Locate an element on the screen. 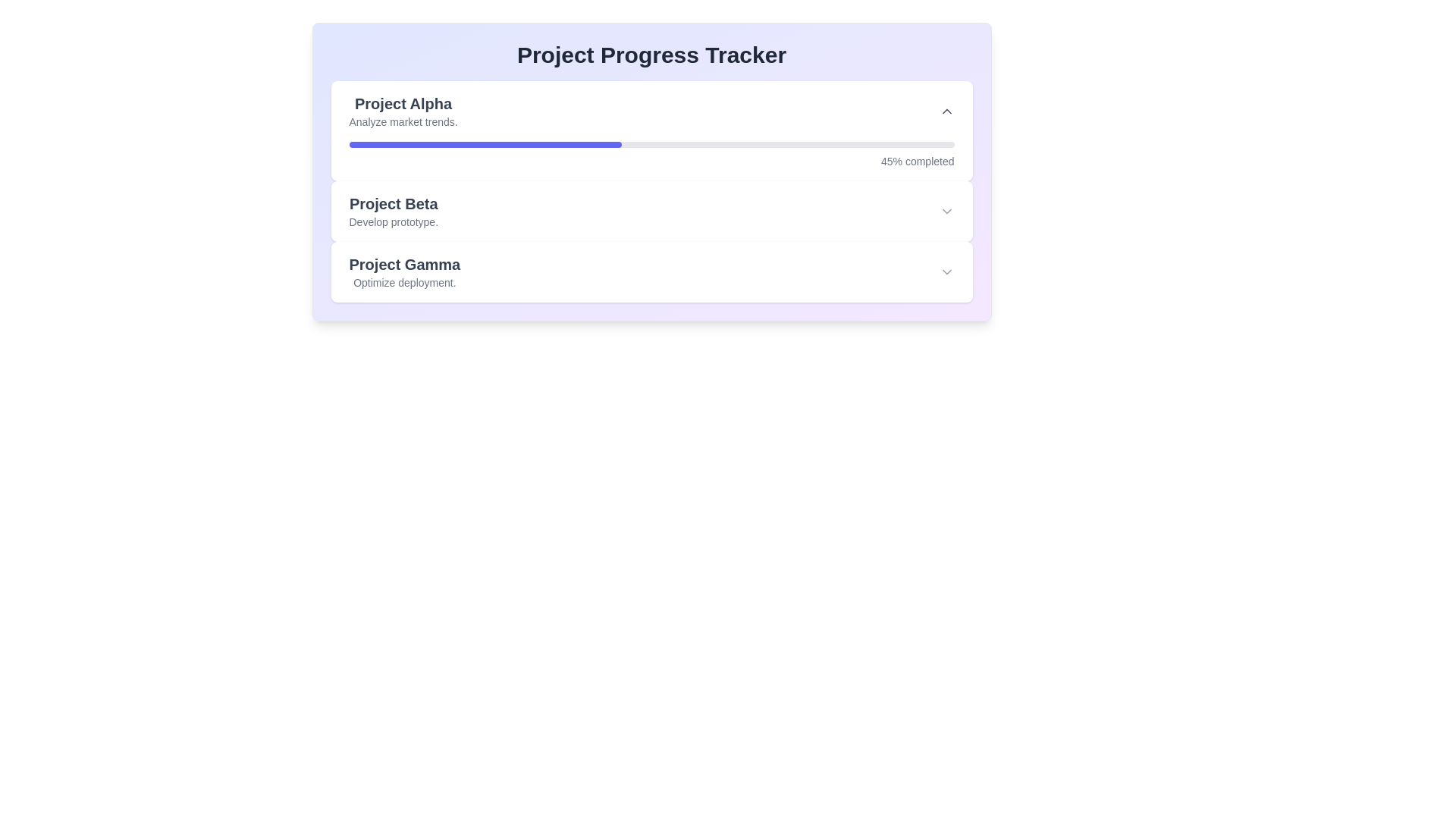  the text label that serves as a subtitle for the 'Project Alpha' project, located below the title in a card layout is located at coordinates (403, 121).